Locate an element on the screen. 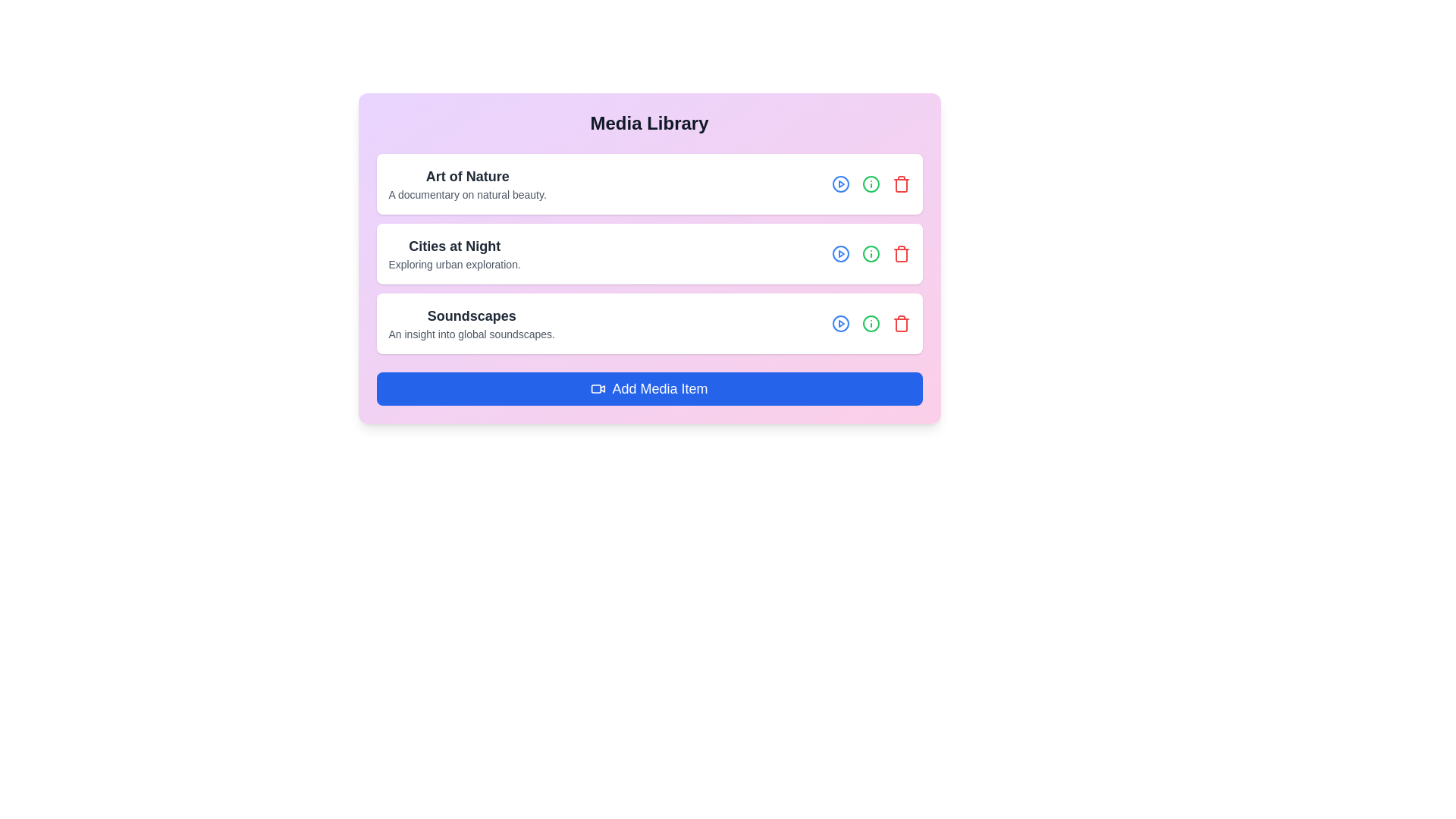 This screenshot has width=1456, height=819. the play icon for the media item titled 'Cities at Night' is located at coordinates (839, 253).